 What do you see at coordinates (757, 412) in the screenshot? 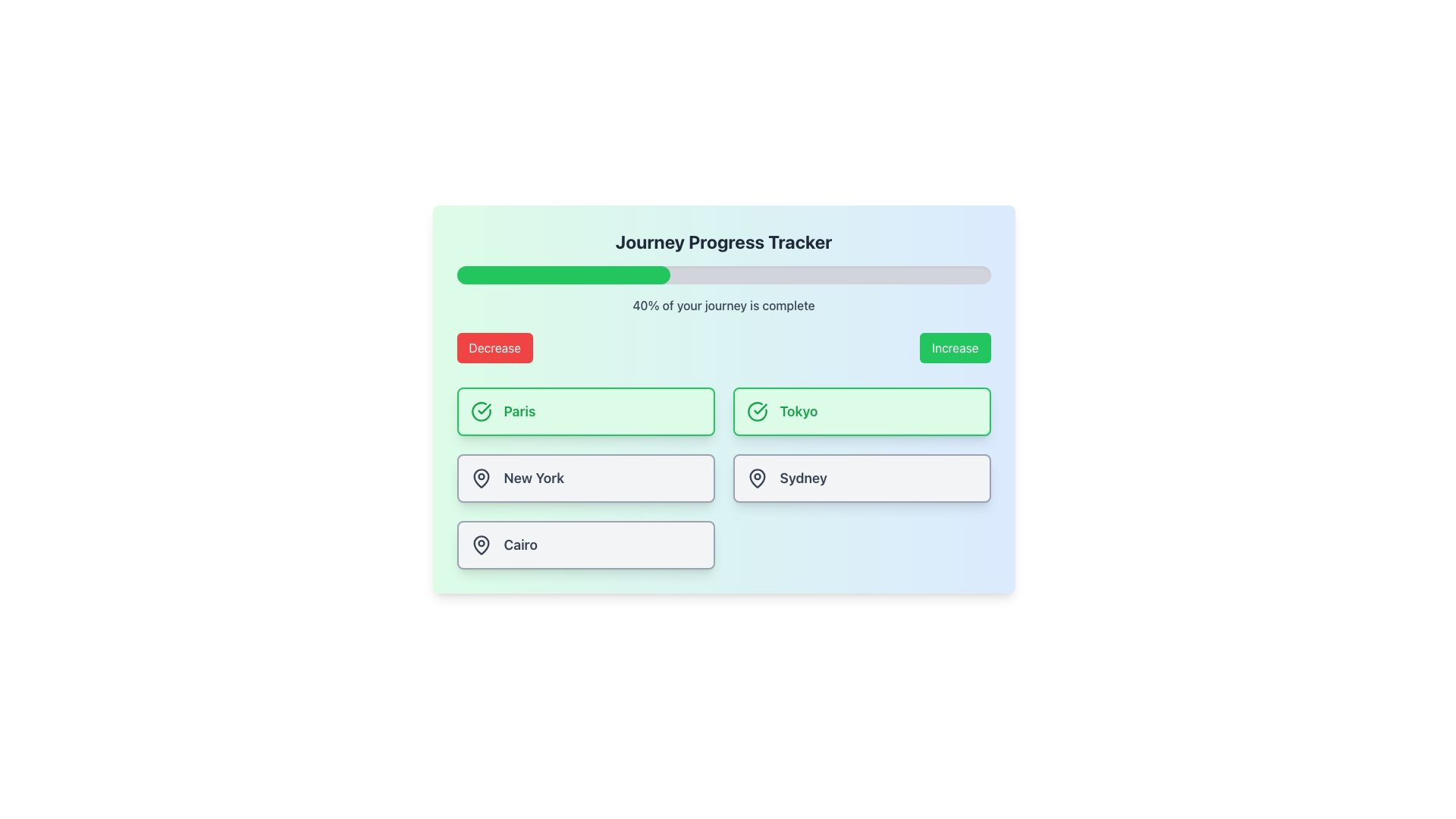
I see `the visual indicator icon representing the selected or completed status for the 'Tokyo' option, which is located to the left of the 'Tokyo' text` at bounding box center [757, 412].